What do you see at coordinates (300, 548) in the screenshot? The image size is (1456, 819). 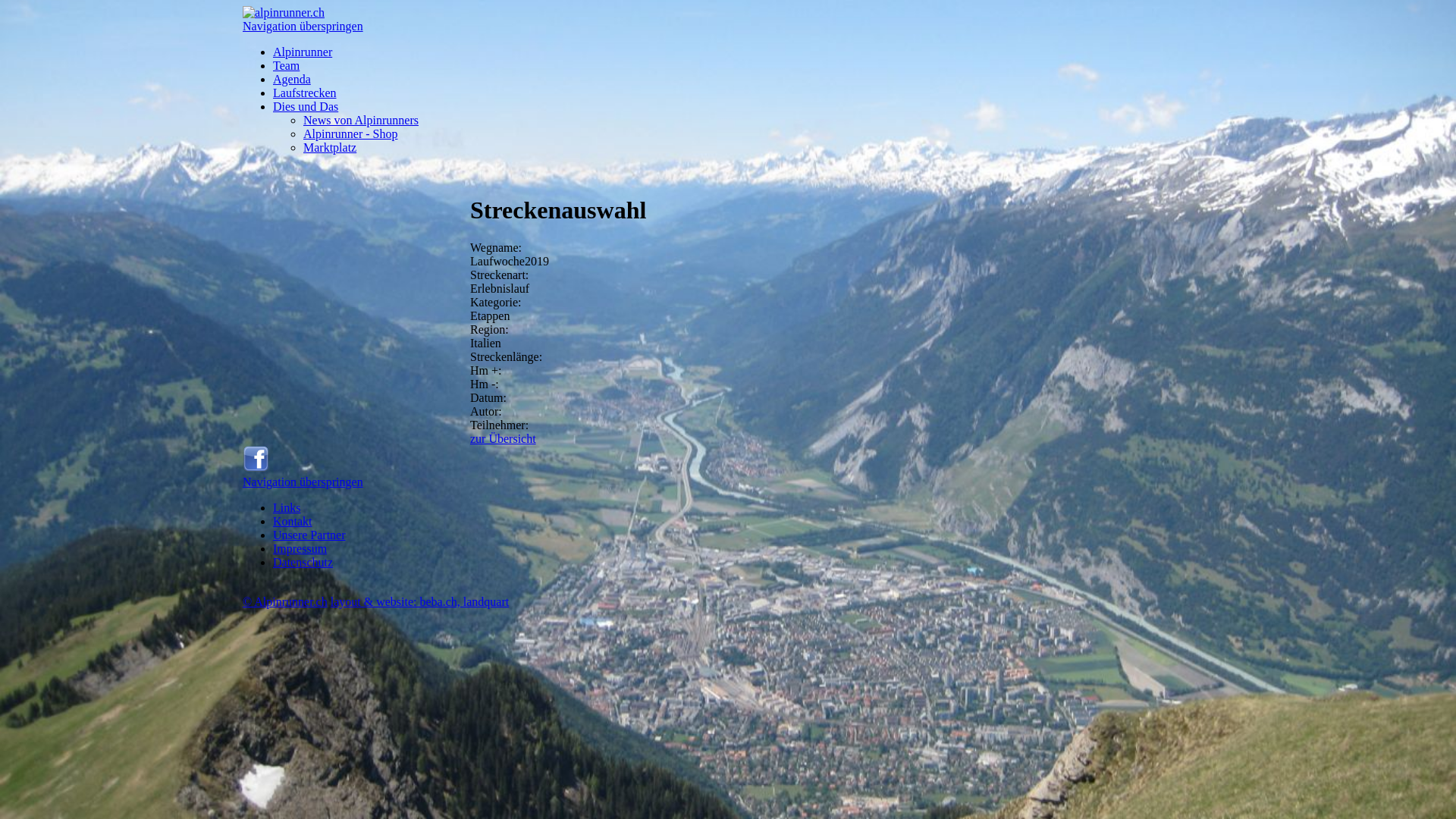 I see `'Impressum'` at bounding box center [300, 548].